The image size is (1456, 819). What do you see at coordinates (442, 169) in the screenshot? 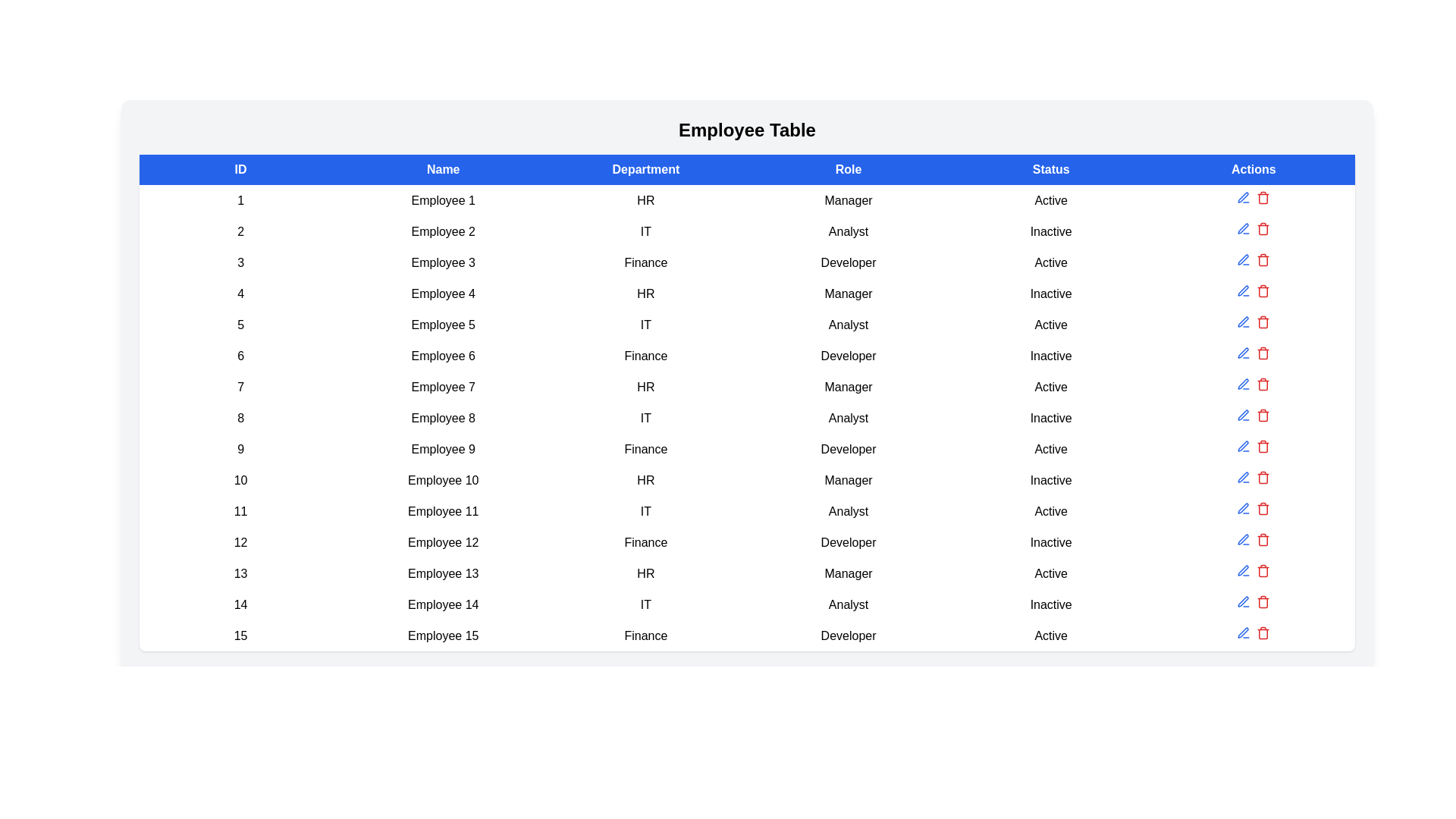
I see `the column header labeled 'Name' to sort the table rows by that column` at bounding box center [442, 169].